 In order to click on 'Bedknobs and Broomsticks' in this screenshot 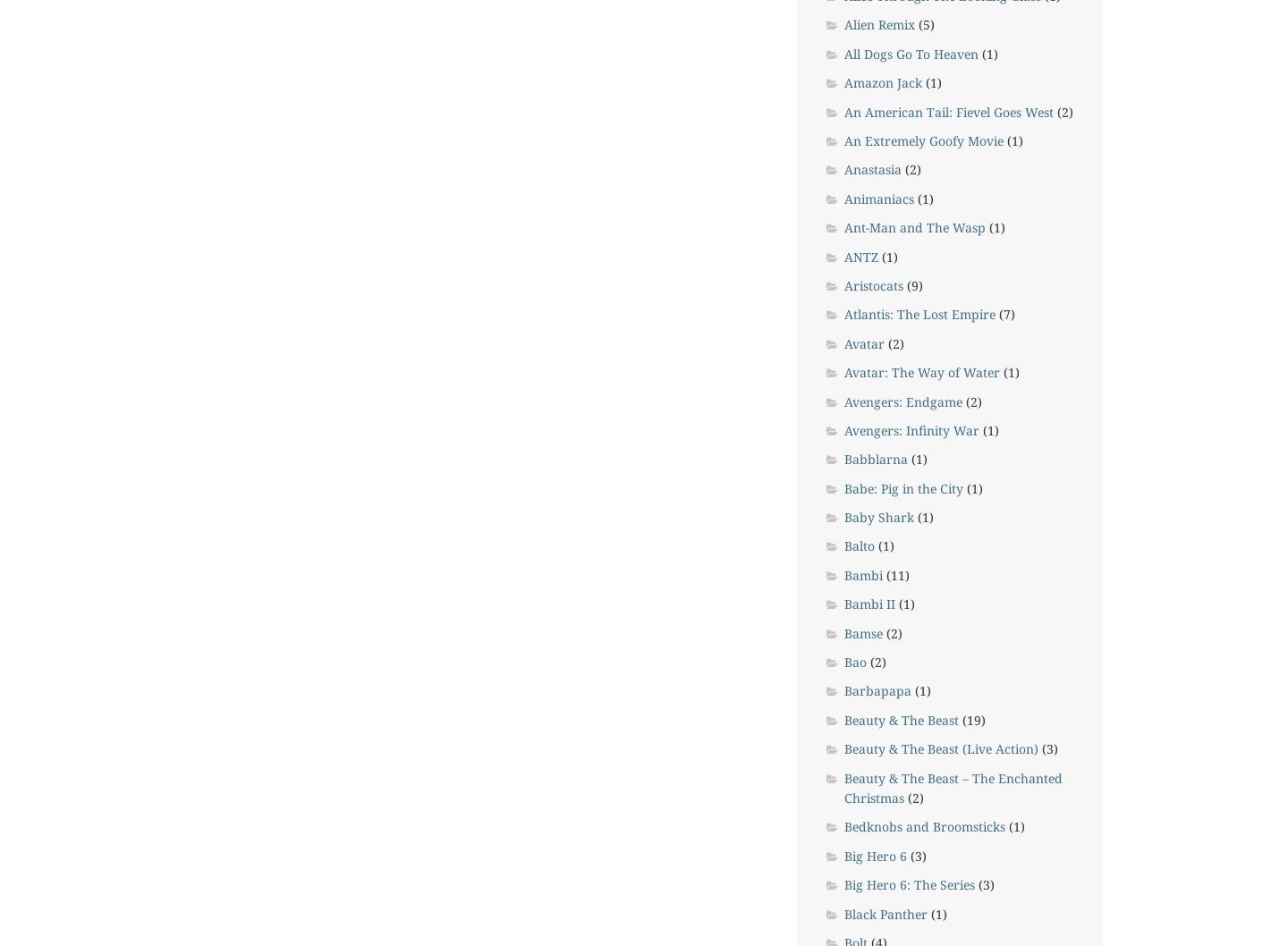, I will do `click(924, 826)`.